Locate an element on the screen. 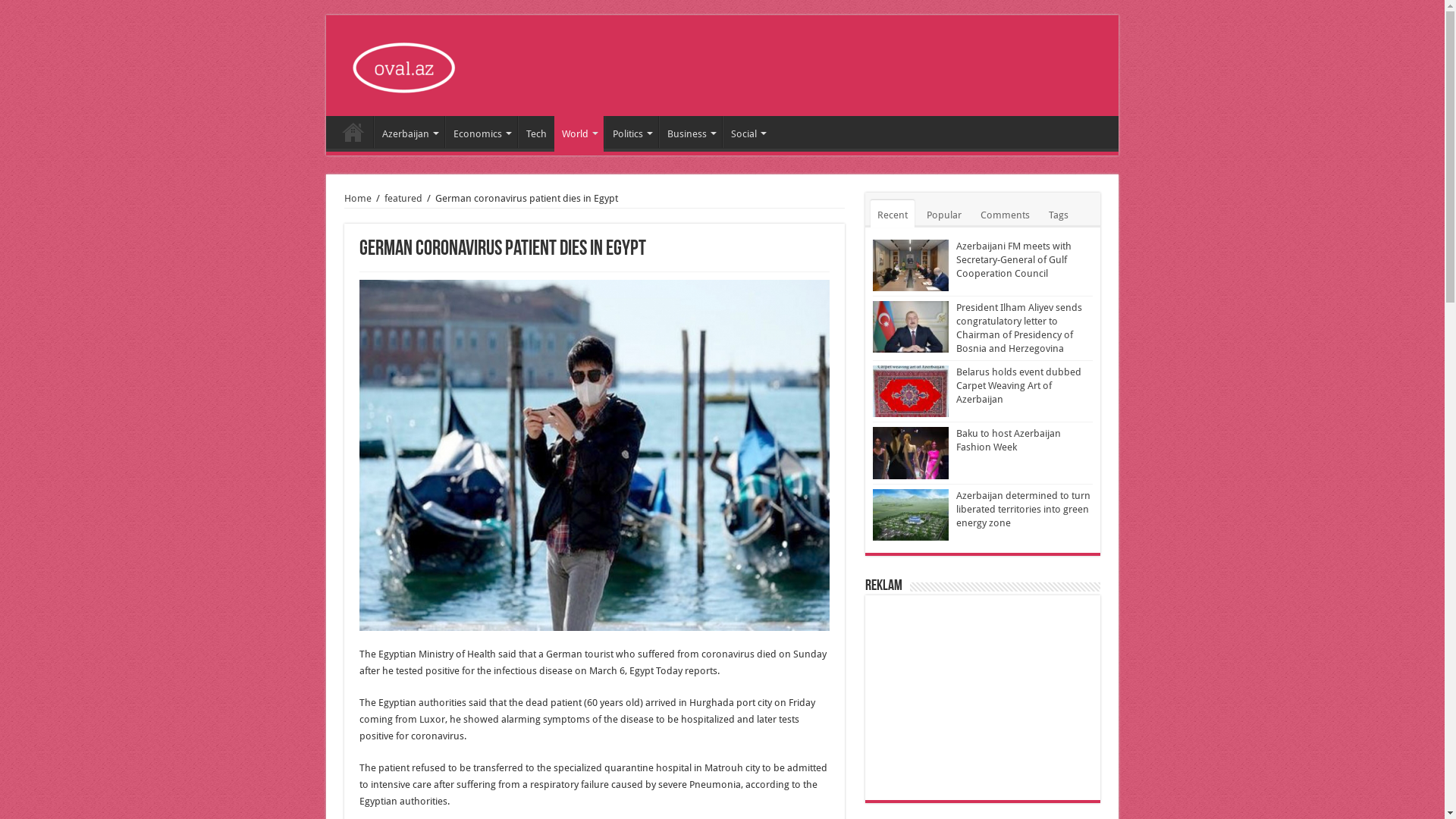 The image size is (1456, 819). 'Azerbaijan' is located at coordinates (374, 130).